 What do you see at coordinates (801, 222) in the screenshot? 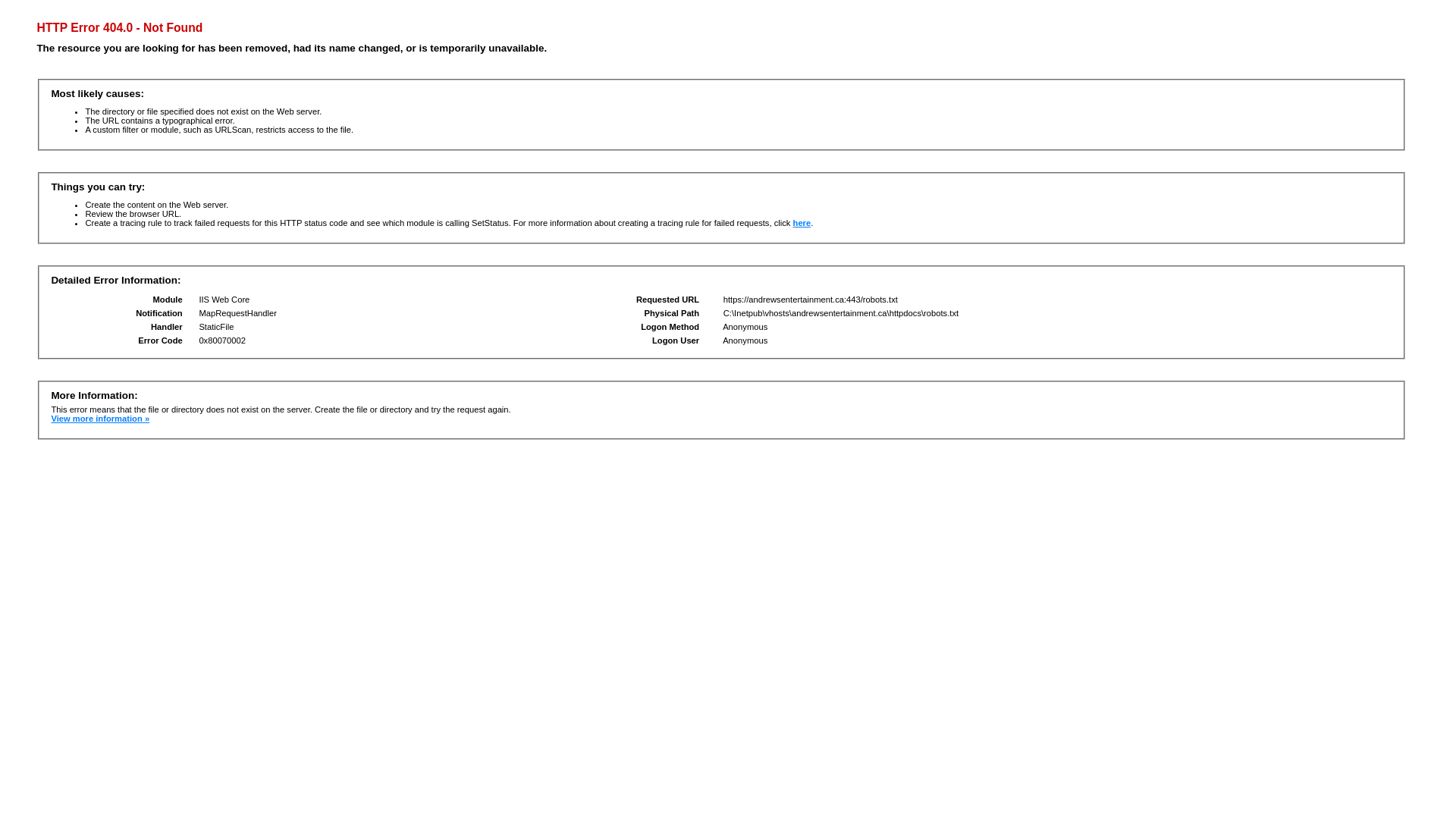
I see `'here'` at bounding box center [801, 222].